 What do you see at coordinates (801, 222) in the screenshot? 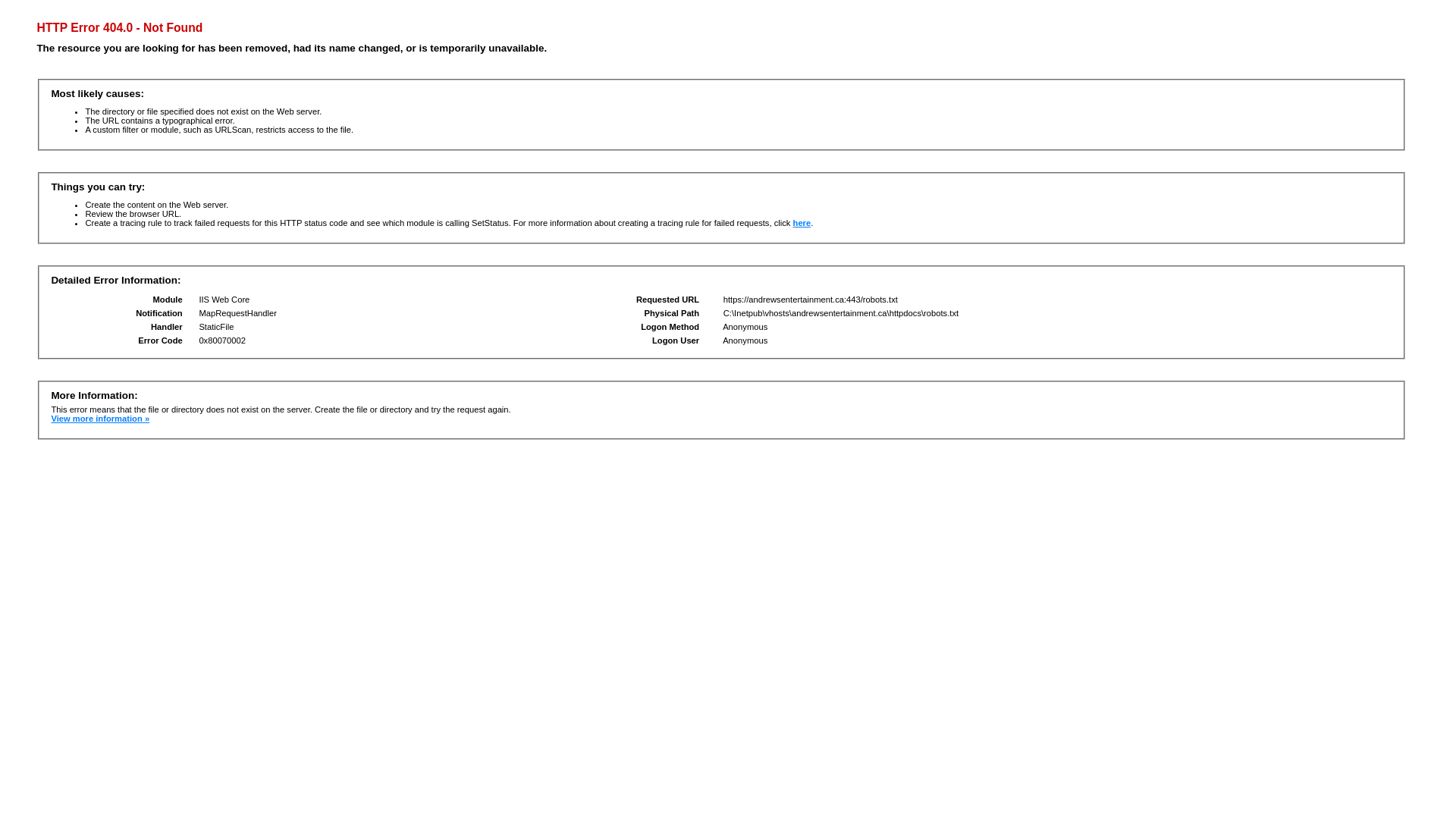
I see `'here'` at bounding box center [801, 222].